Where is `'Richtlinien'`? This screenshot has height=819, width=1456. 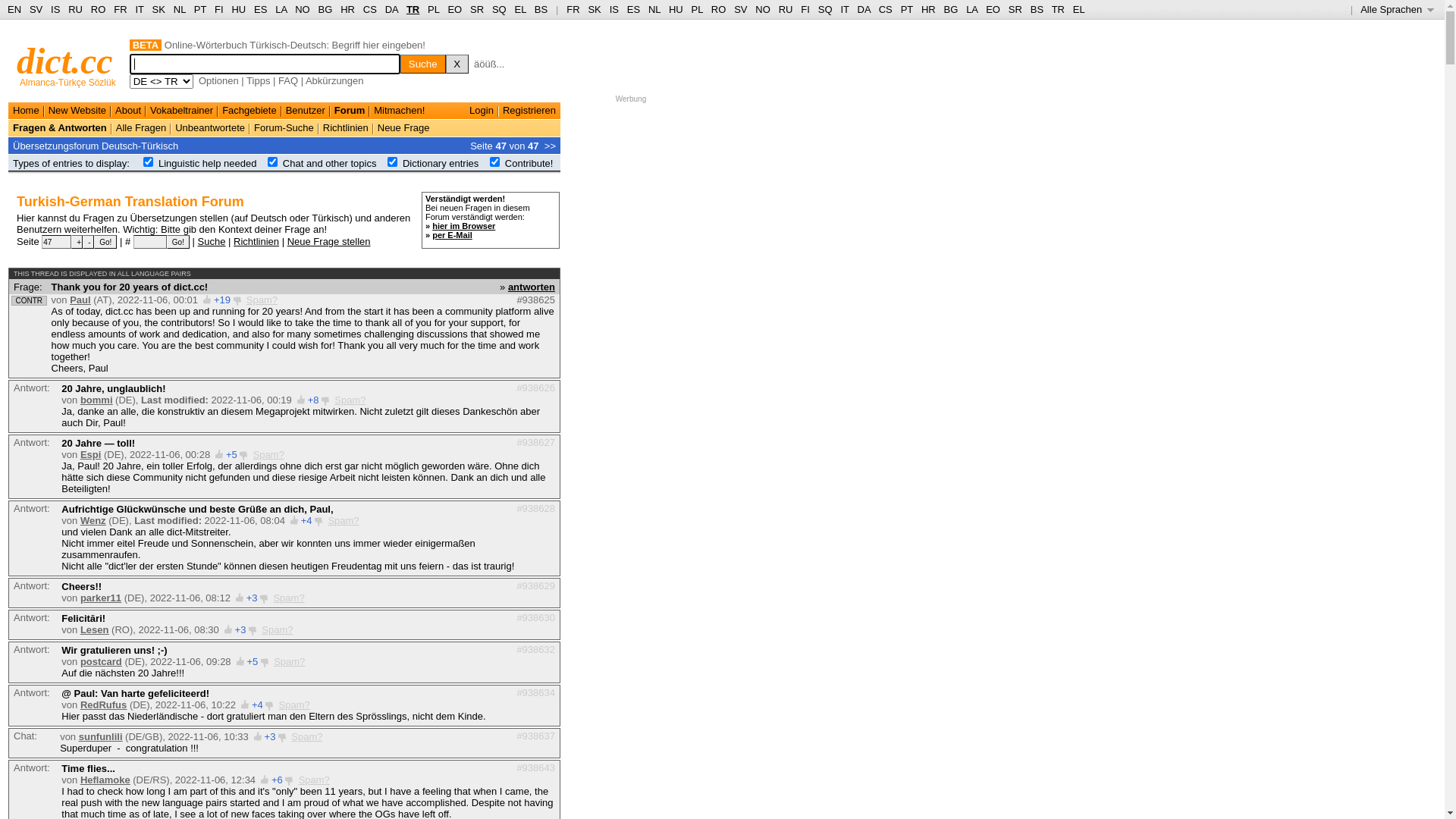
'Richtlinien' is located at coordinates (345, 127).